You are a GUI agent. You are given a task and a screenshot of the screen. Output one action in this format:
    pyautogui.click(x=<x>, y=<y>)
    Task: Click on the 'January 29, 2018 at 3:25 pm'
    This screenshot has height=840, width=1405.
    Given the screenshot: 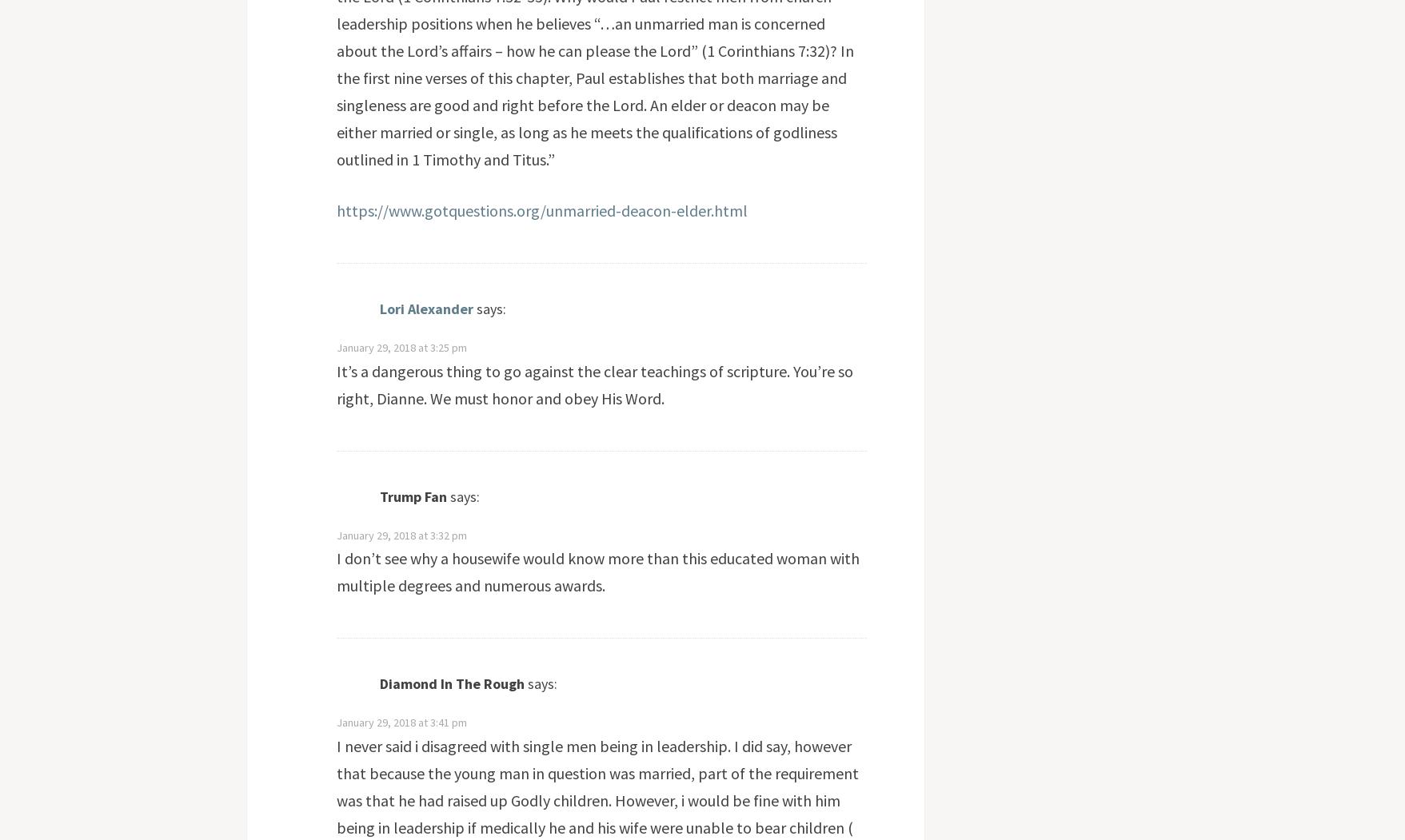 What is the action you would take?
    pyautogui.click(x=400, y=348)
    